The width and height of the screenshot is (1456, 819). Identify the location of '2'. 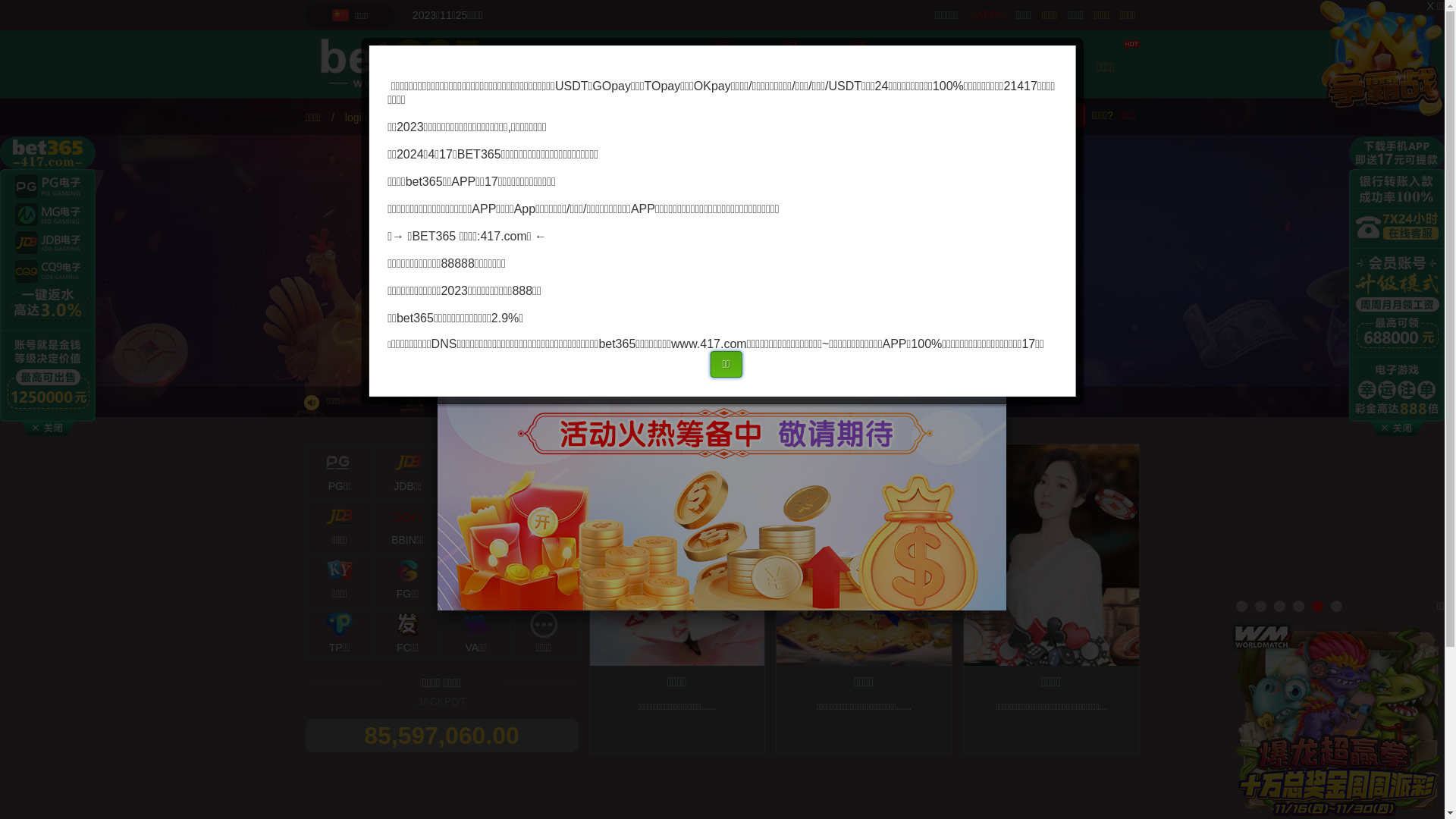
(1255, 605).